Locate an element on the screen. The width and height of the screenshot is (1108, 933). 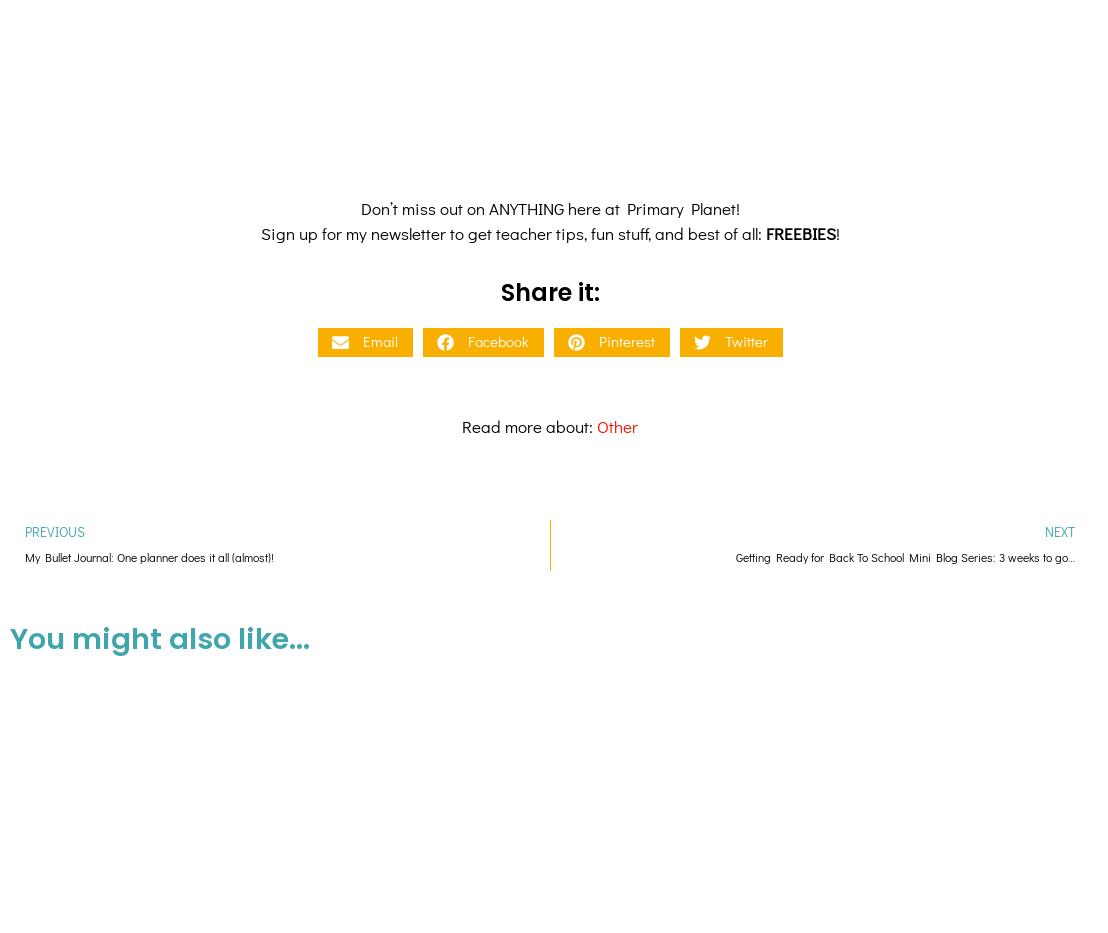
'Pinterest' is located at coordinates (597, 171).